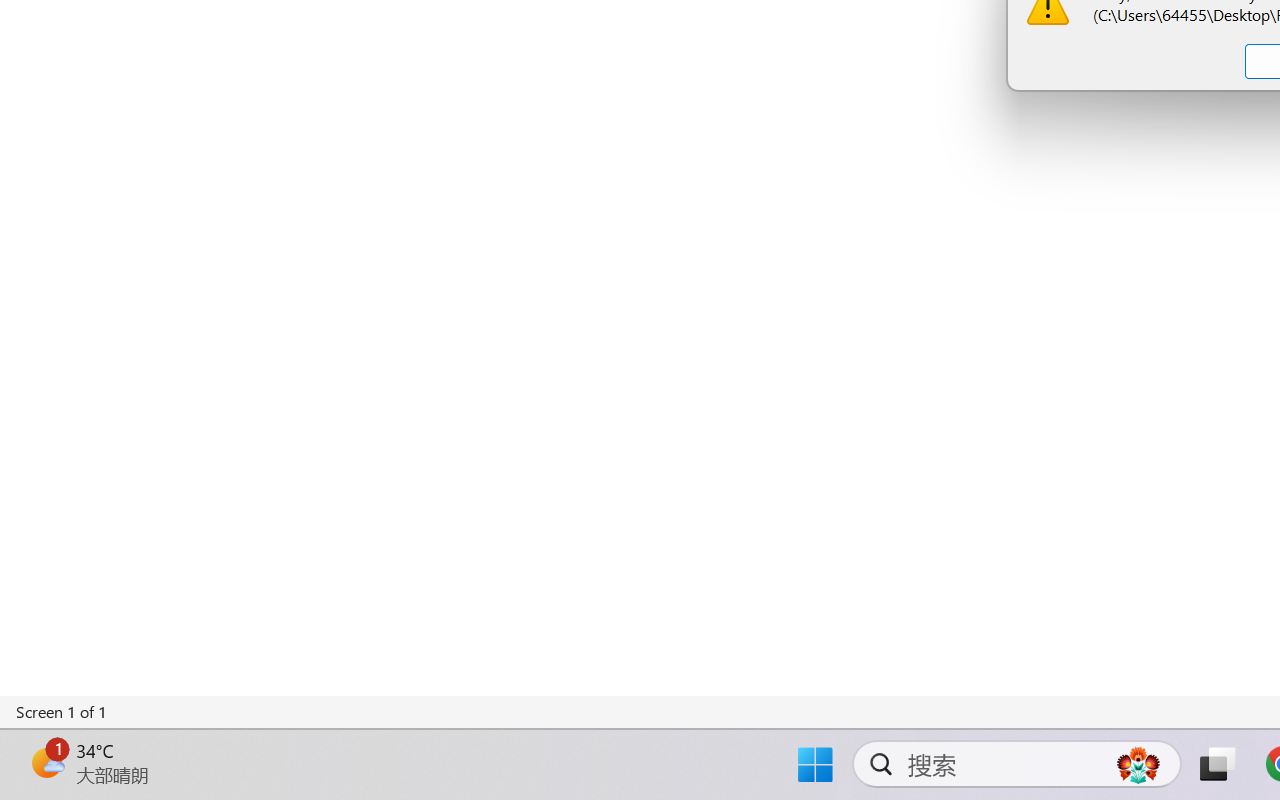 The height and width of the screenshot is (800, 1280). Describe the element at coordinates (62, 711) in the screenshot. I see `'Page Number Screen 1 of 1 '` at that location.